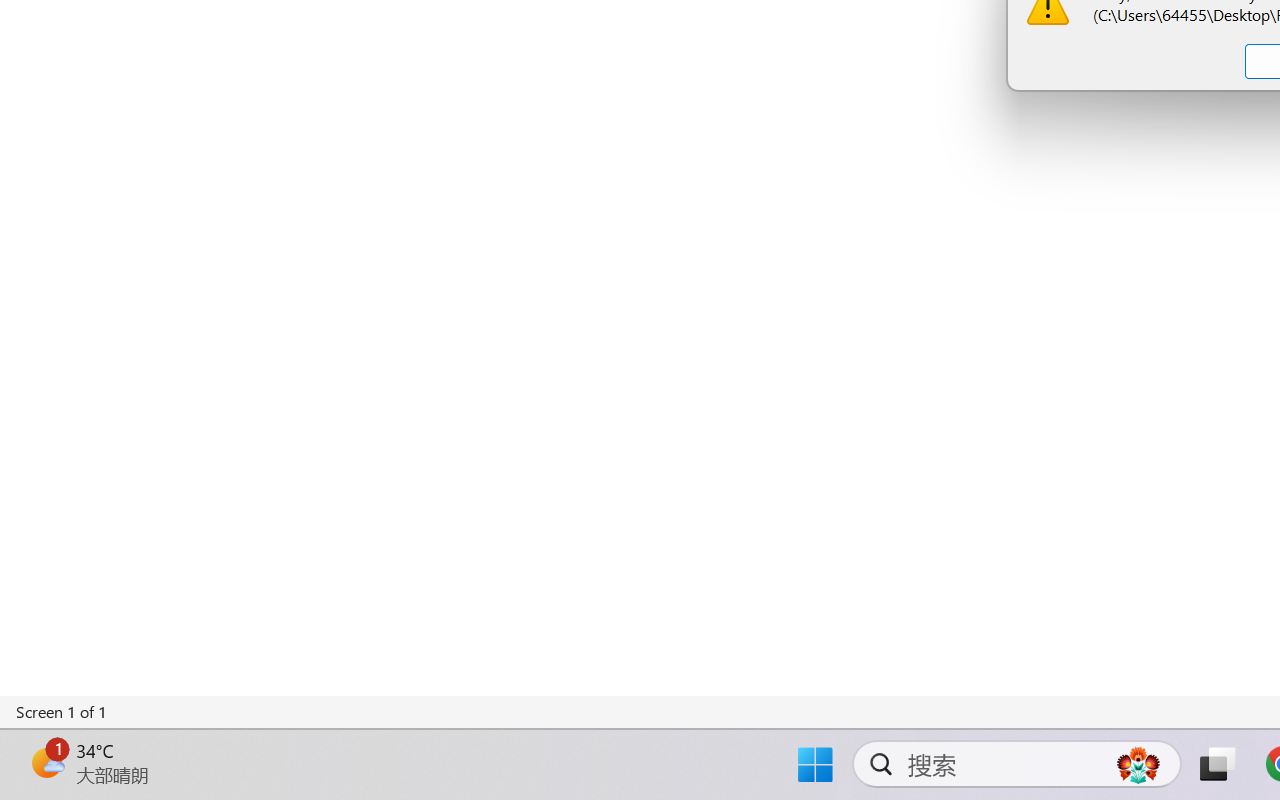 The height and width of the screenshot is (800, 1280). Describe the element at coordinates (62, 711) in the screenshot. I see `'Page Number Screen 1 of 1 '` at that location.